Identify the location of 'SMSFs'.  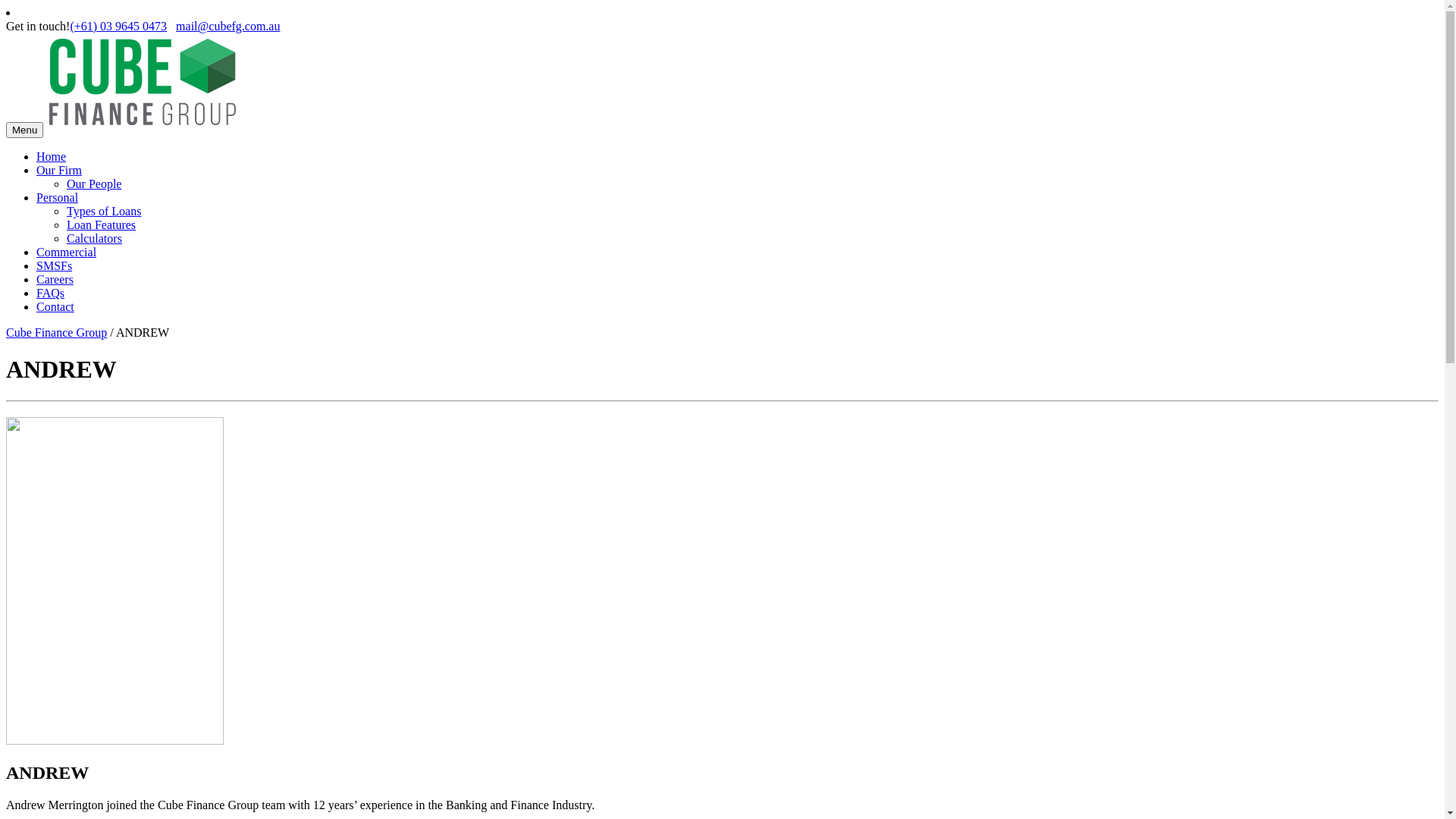
(54, 265).